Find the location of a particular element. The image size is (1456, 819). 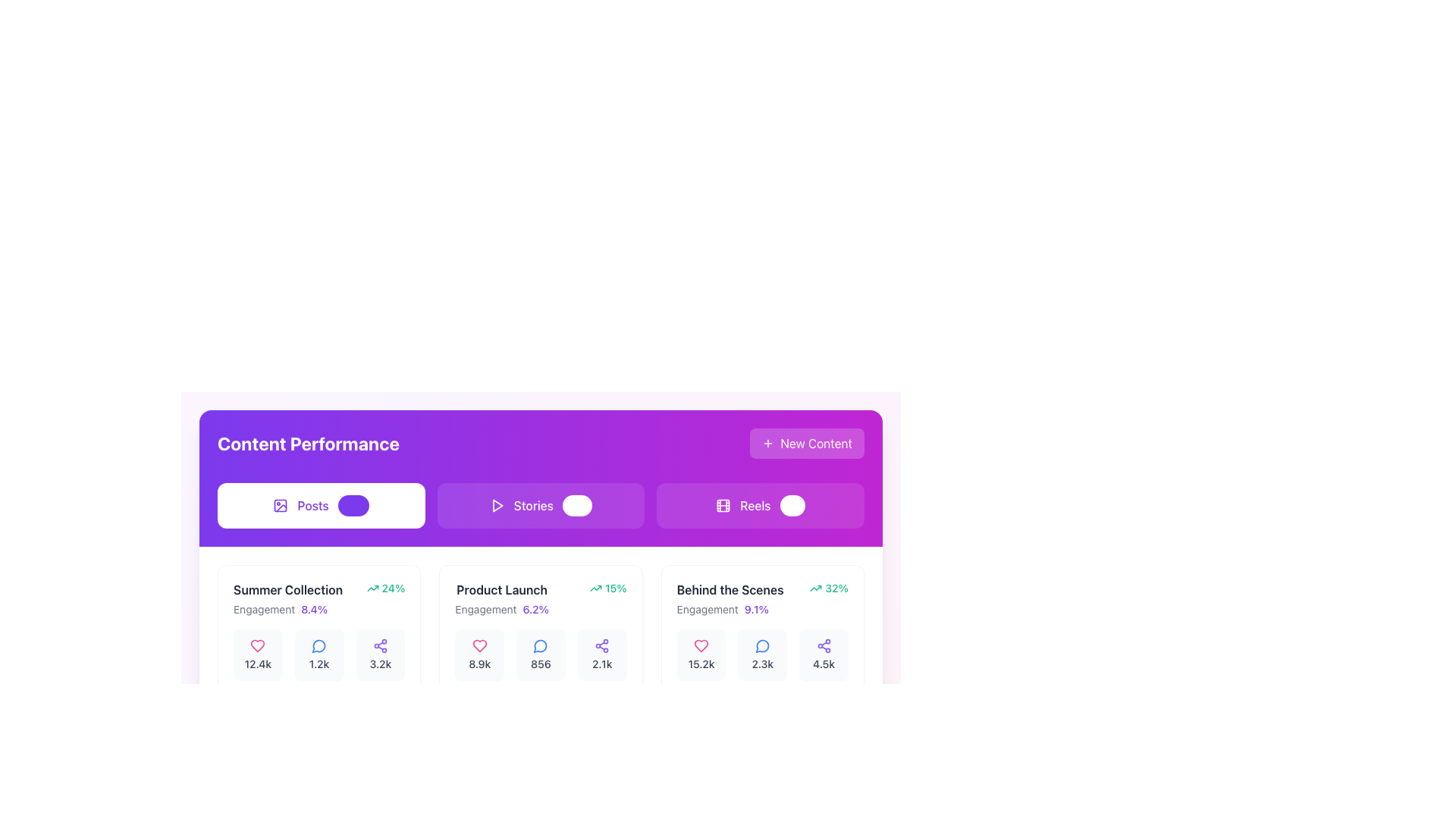

information displayed in the text element showing 'Engagement 9.1%' which is styled with 'Engagement' in gray and '9.1%' in bold violet, located within the card titled 'Behind the Scenes' is located at coordinates (730, 608).